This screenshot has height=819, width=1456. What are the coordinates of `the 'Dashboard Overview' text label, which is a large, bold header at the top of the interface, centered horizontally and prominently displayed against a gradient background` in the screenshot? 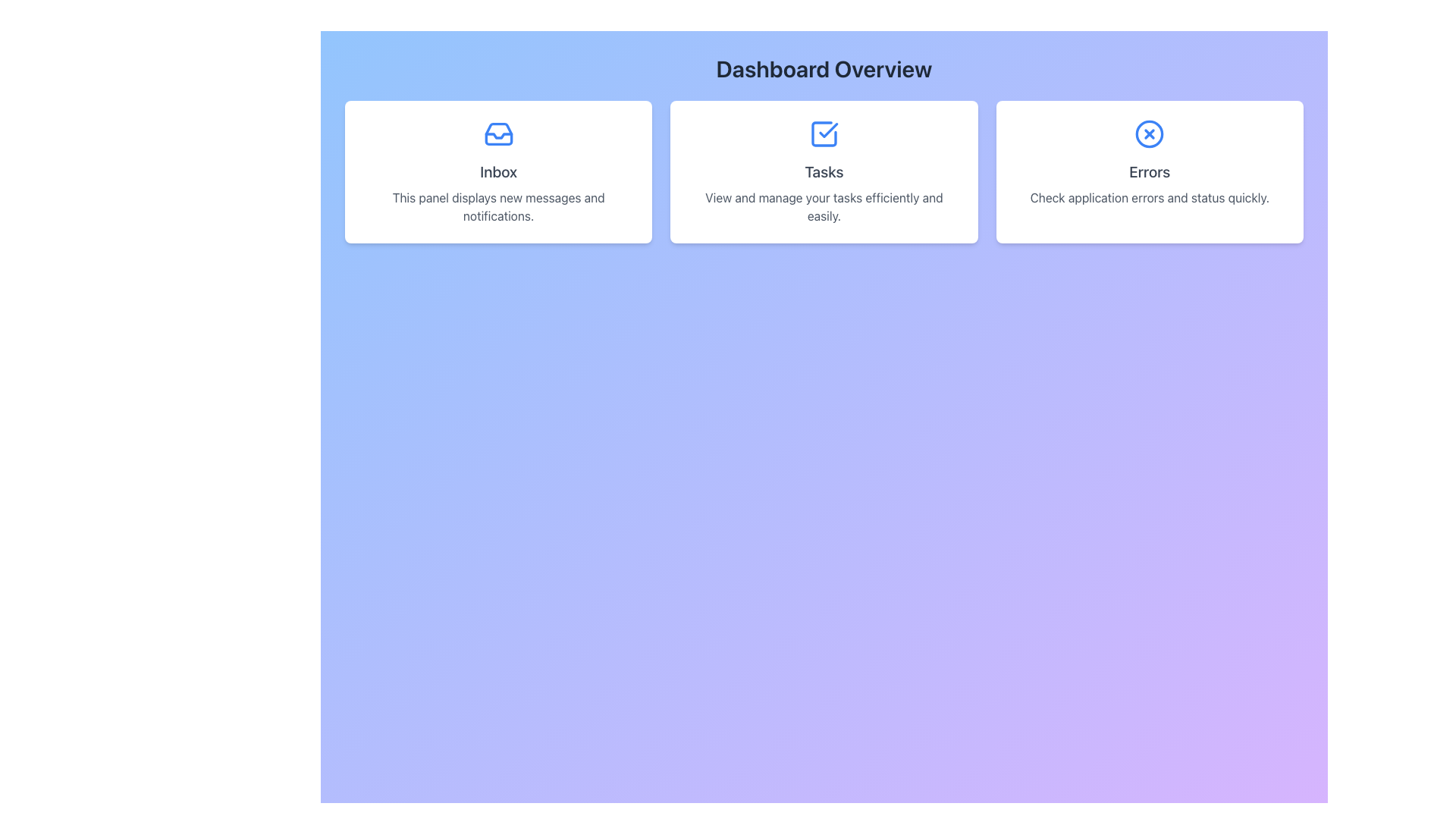 It's located at (823, 69).